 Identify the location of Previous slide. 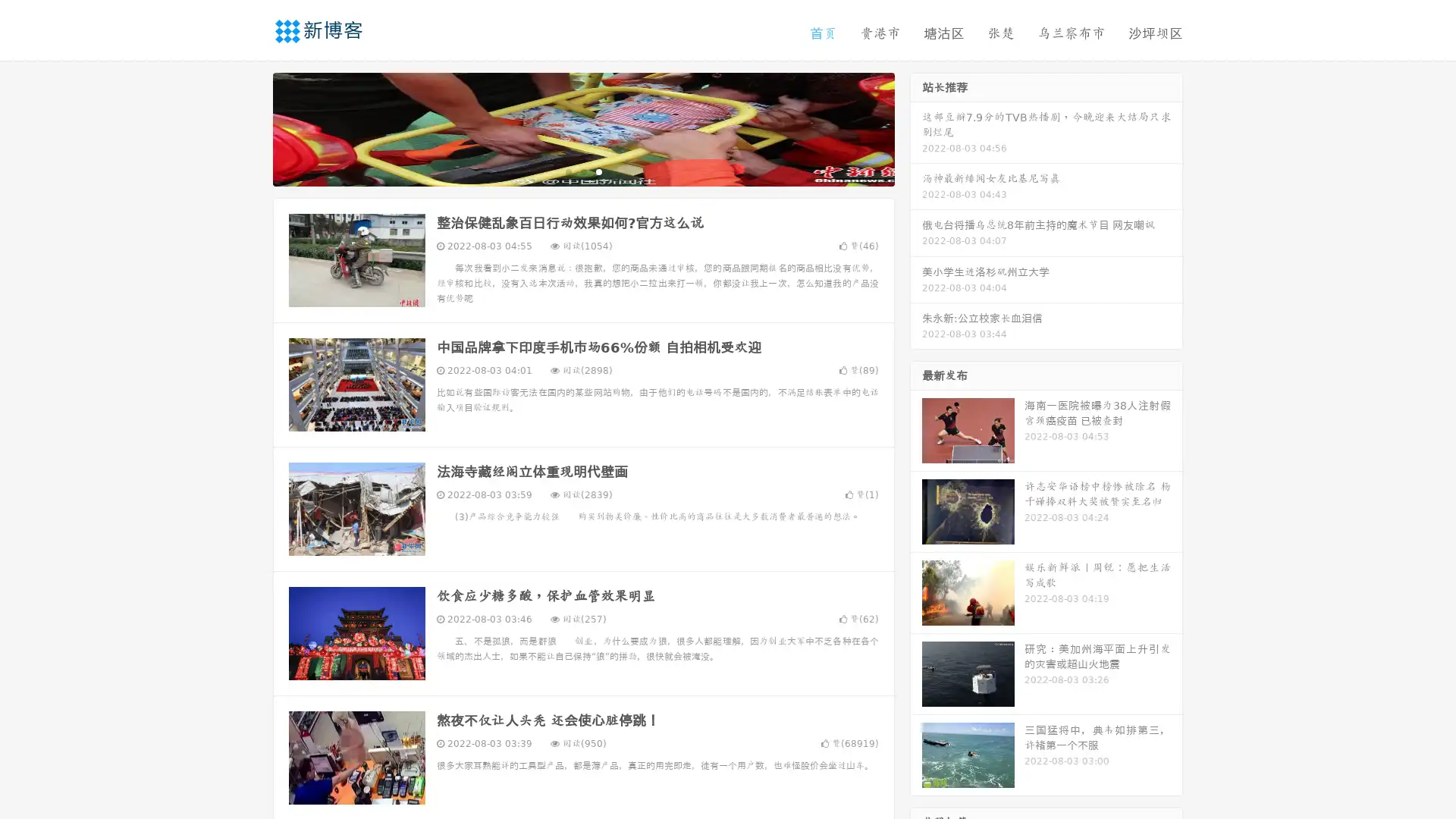
(250, 127).